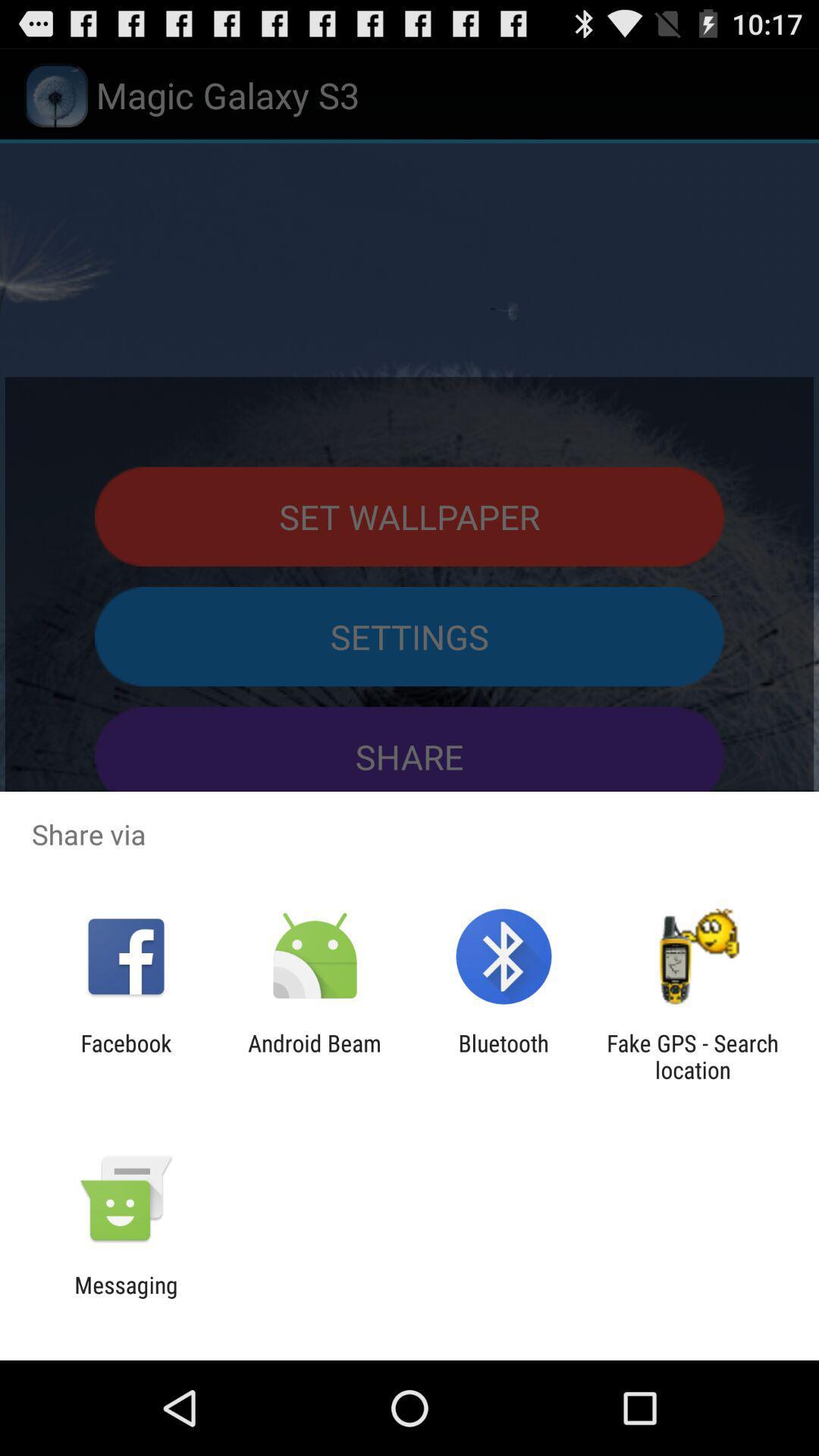 This screenshot has width=819, height=1456. Describe the element at coordinates (692, 1056) in the screenshot. I see `fake gps search icon` at that location.